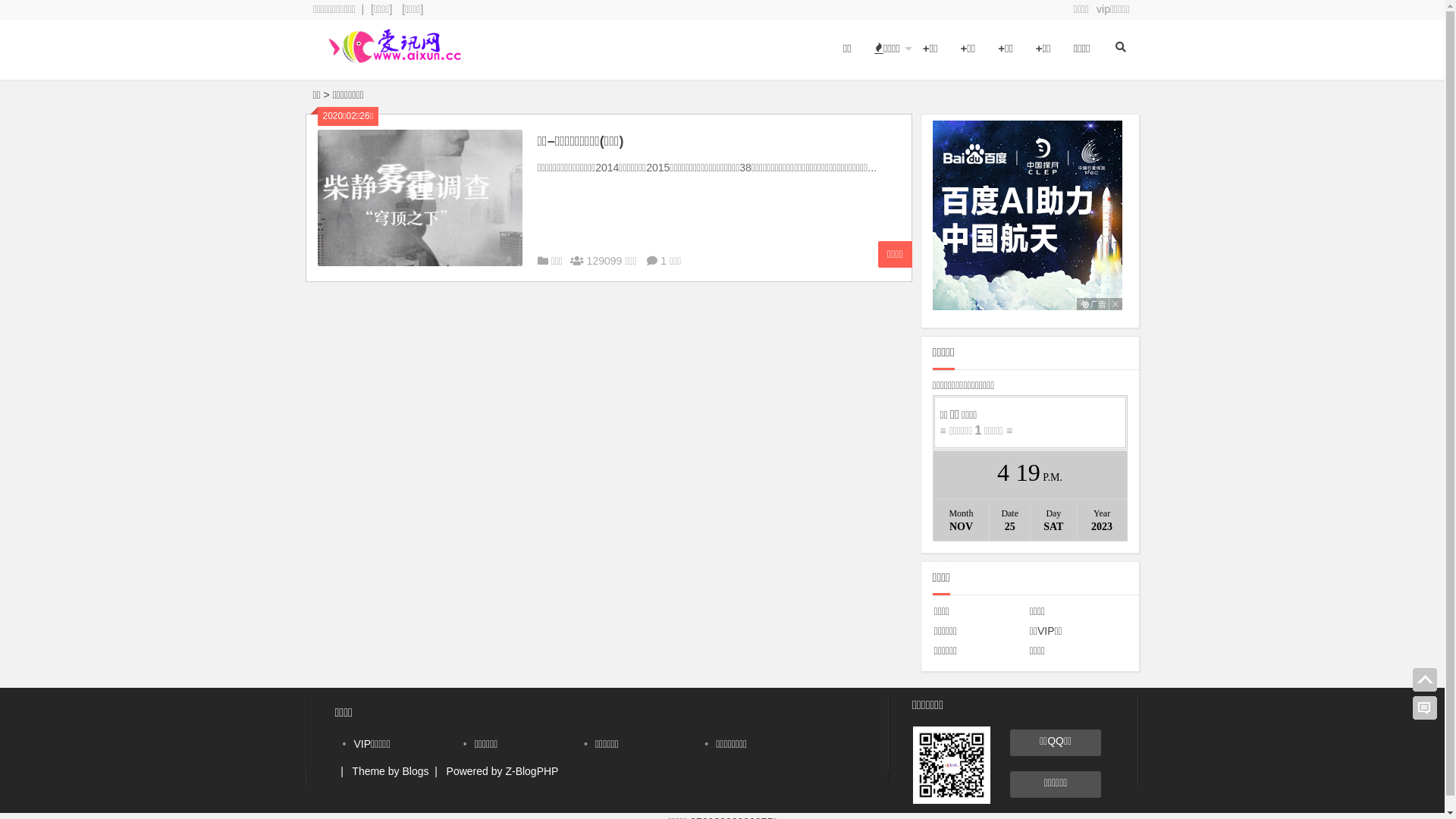 This screenshot has height=819, width=1456. What do you see at coordinates (401, 771) in the screenshot?
I see `'Blogs'` at bounding box center [401, 771].